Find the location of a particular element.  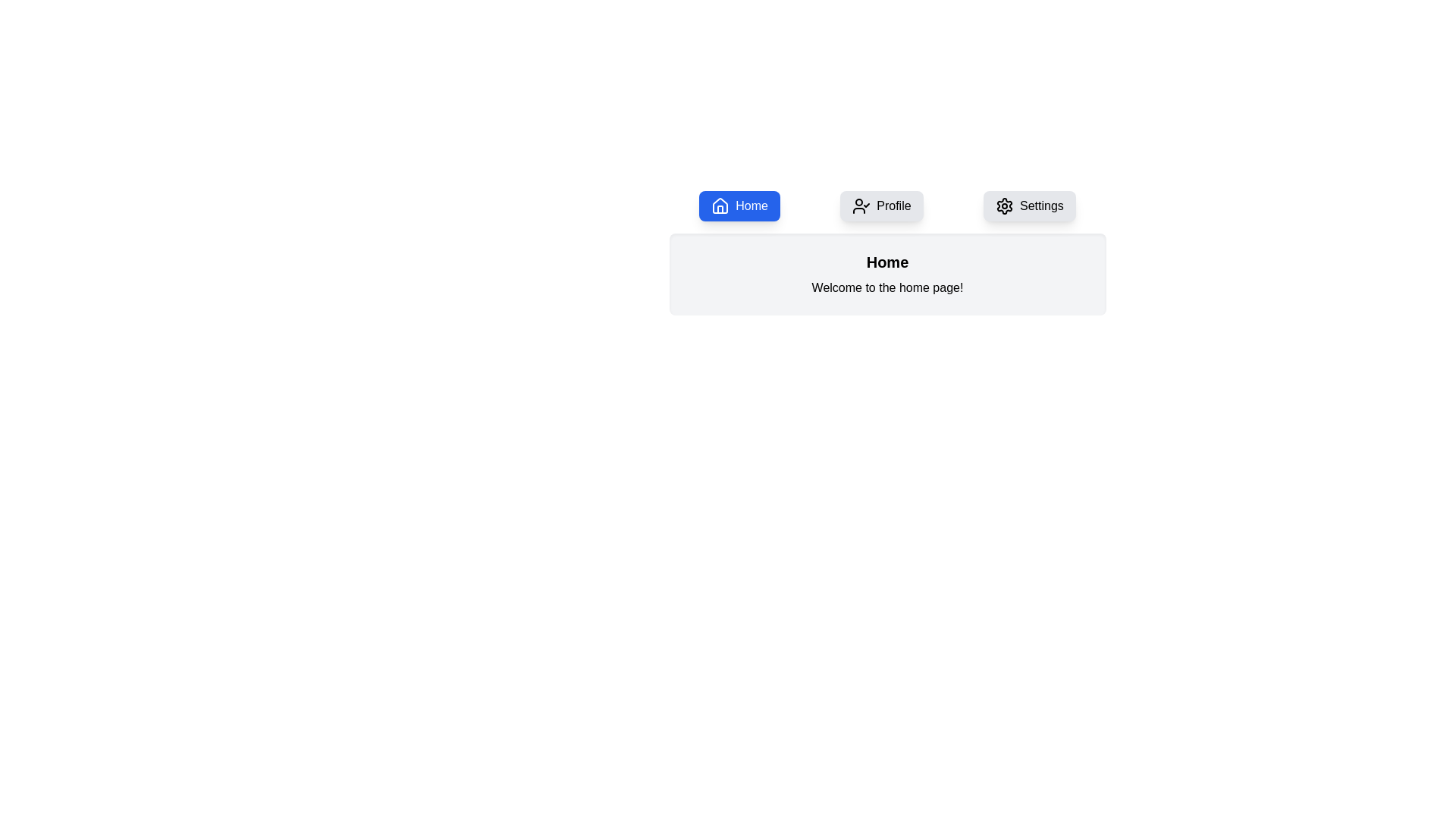

the text 'Welcome to the home page!' in the tab content area is located at coordinates (887, 288).